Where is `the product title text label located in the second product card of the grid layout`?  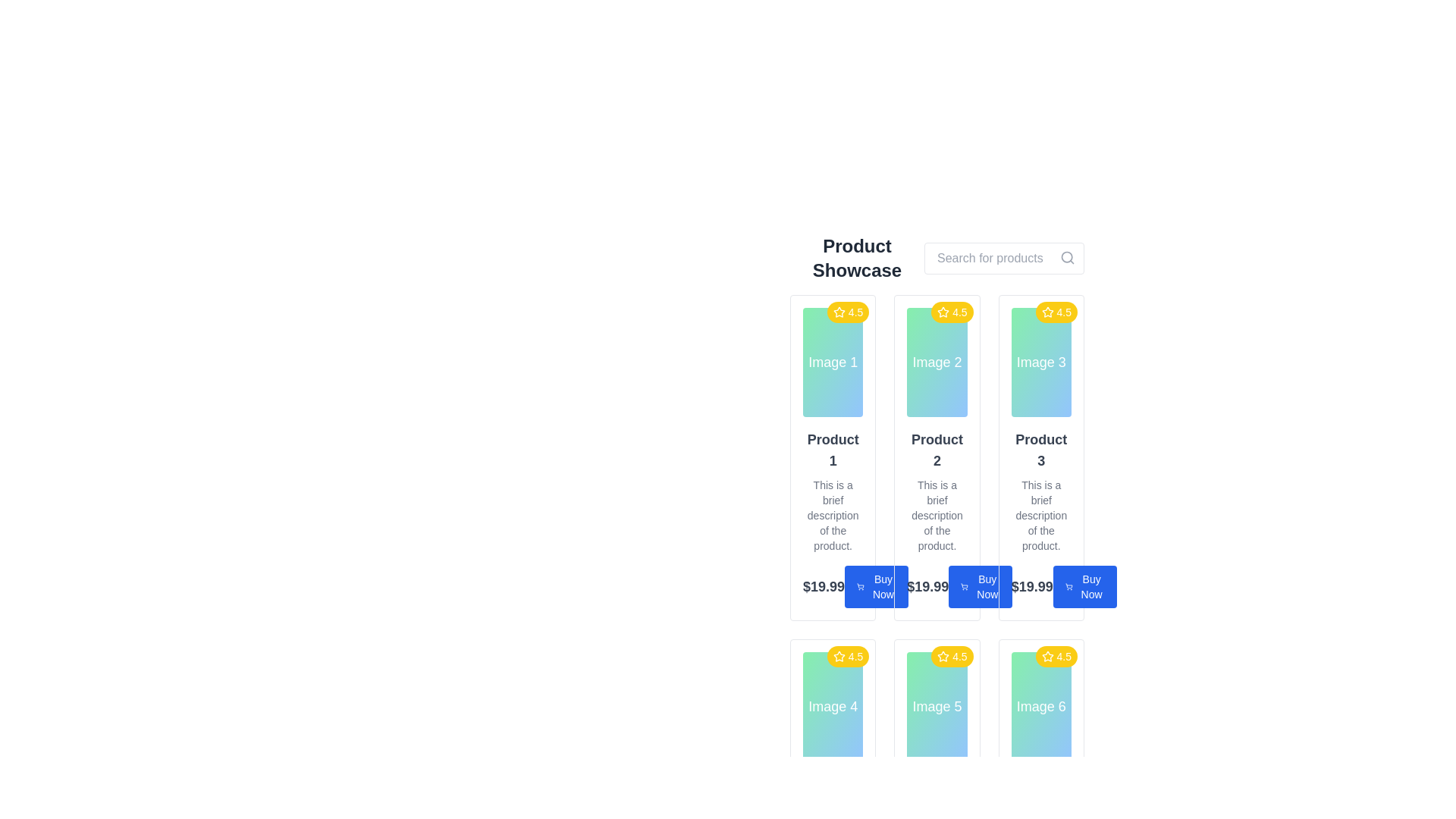 the product title text label located in the second product card of the grid layout is located at coordinates (936, 450).